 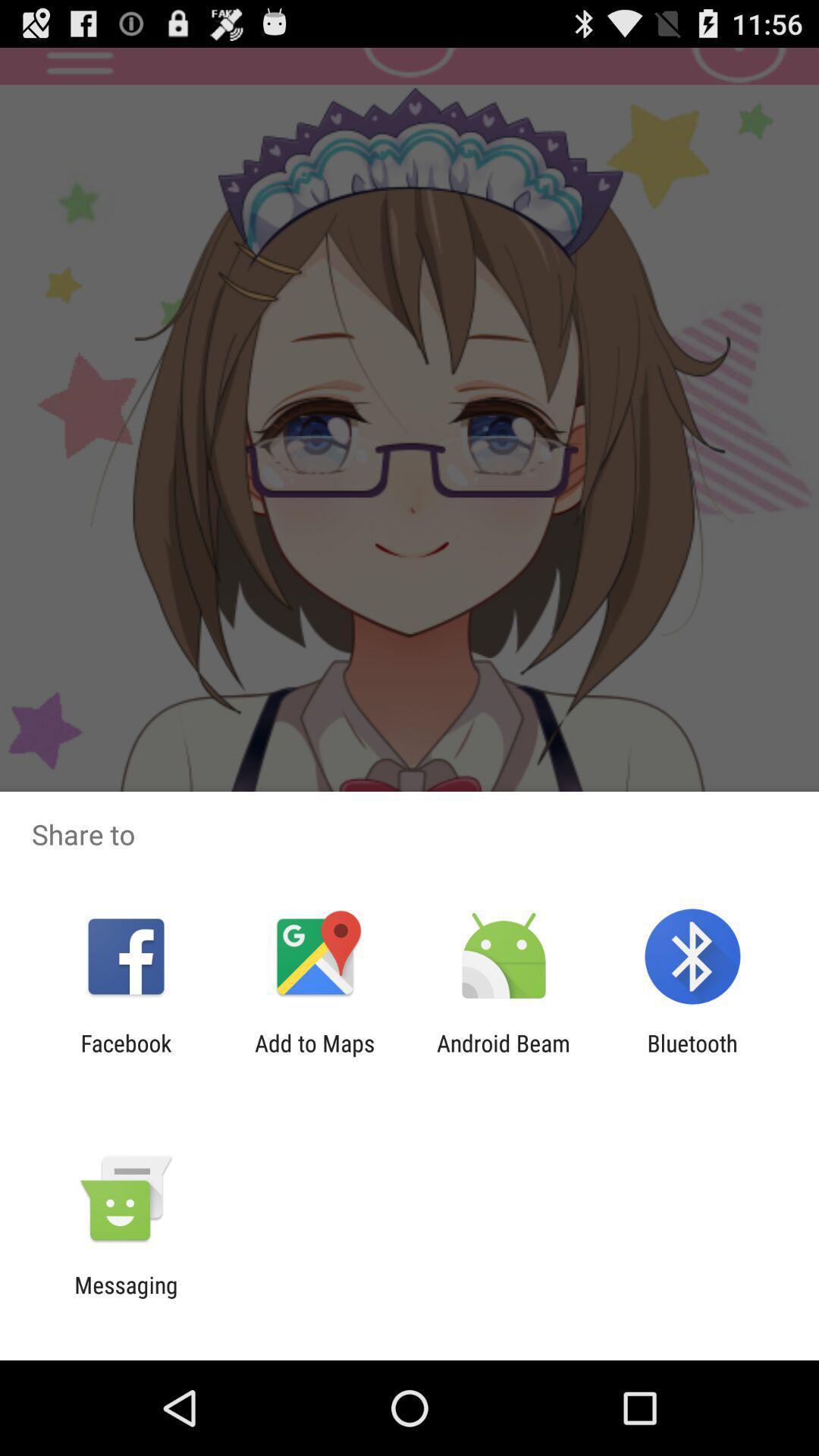 What do you see at coordinates (314, 1056) in the screenshot?
I see `add to maps icon` at bounding box center [314, 1056].